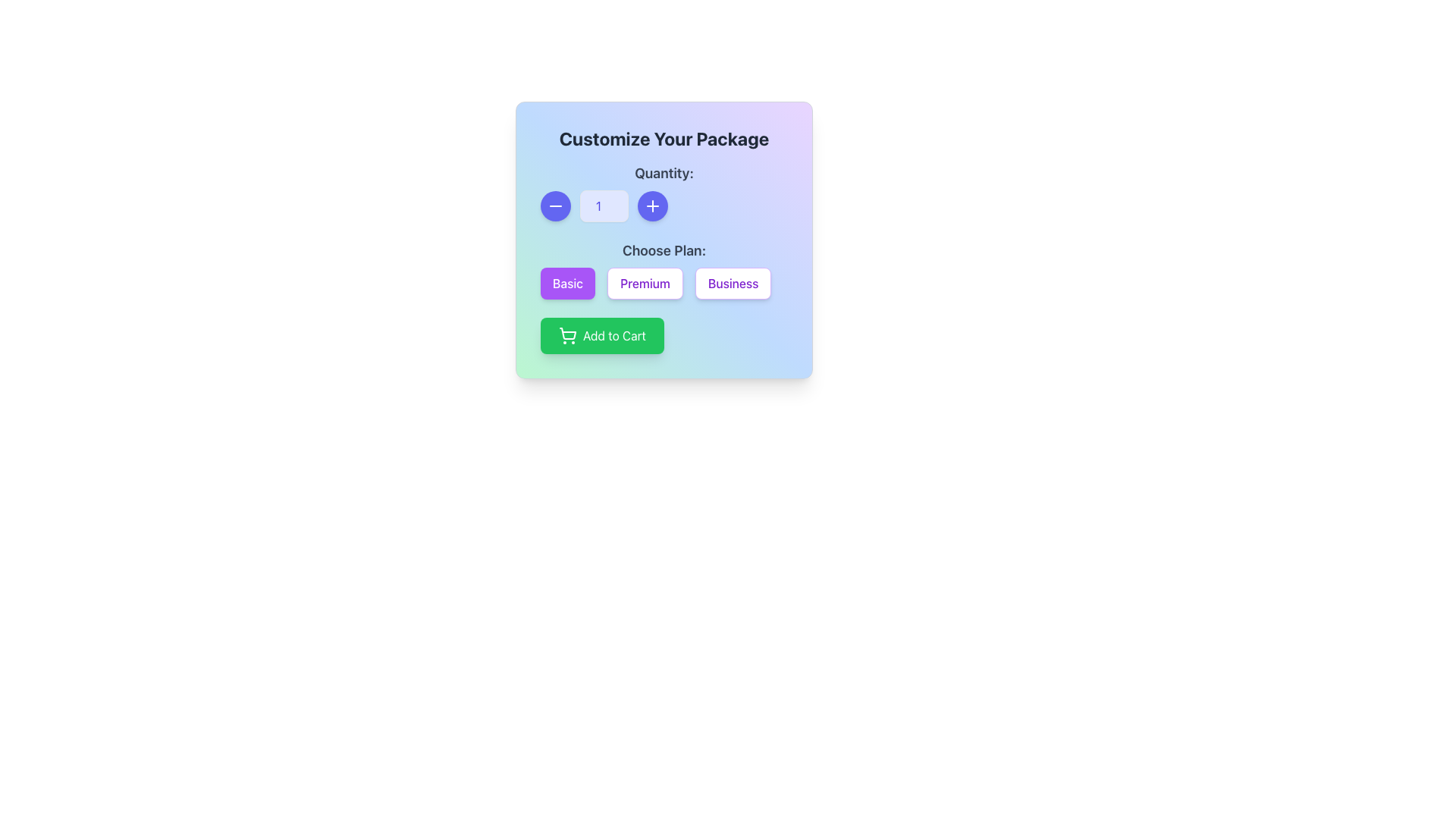  I want to click on keyboard navigation, so click(645, 284).